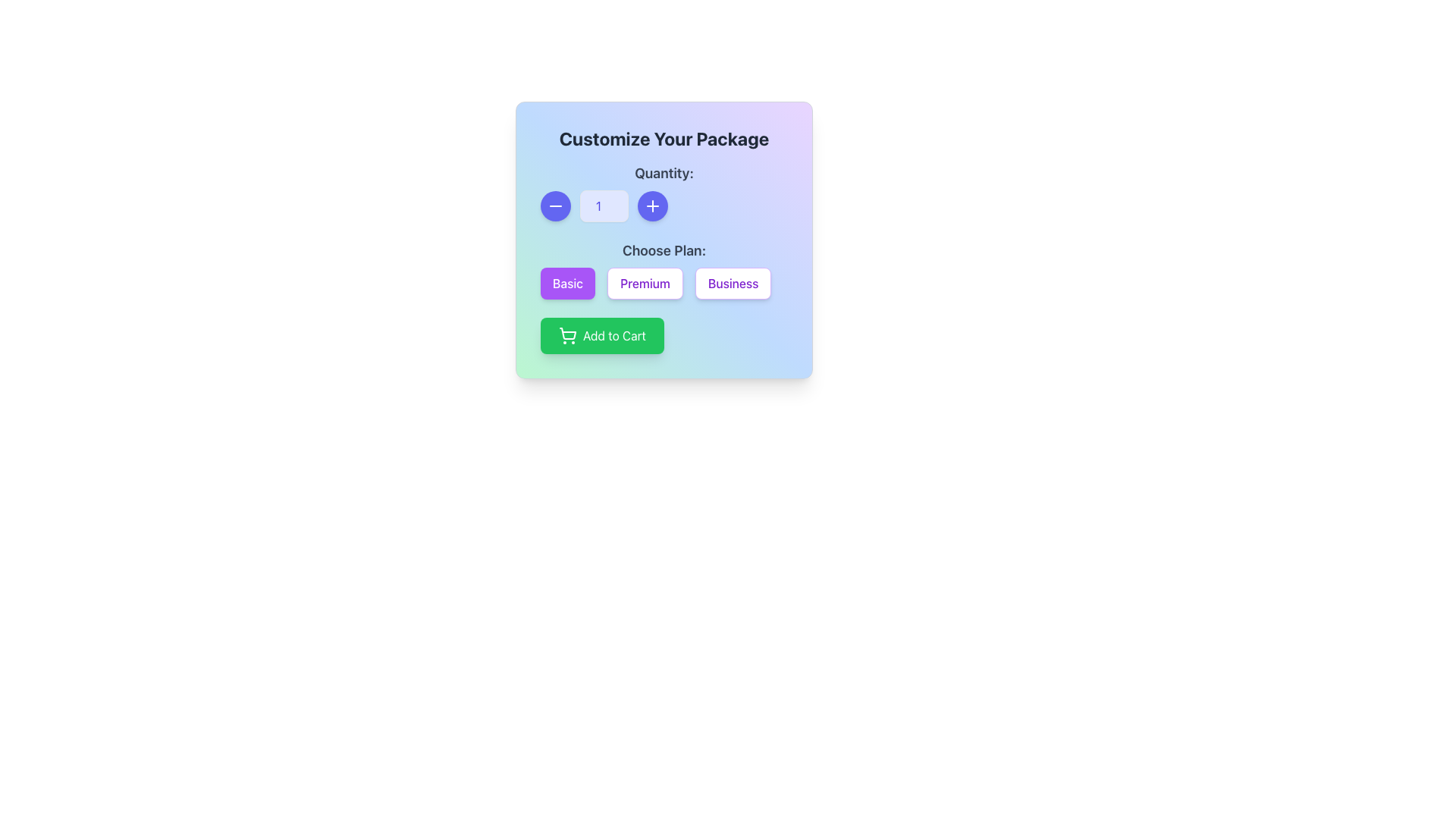  I want to click on keyboard navigation, so click(645, 284).